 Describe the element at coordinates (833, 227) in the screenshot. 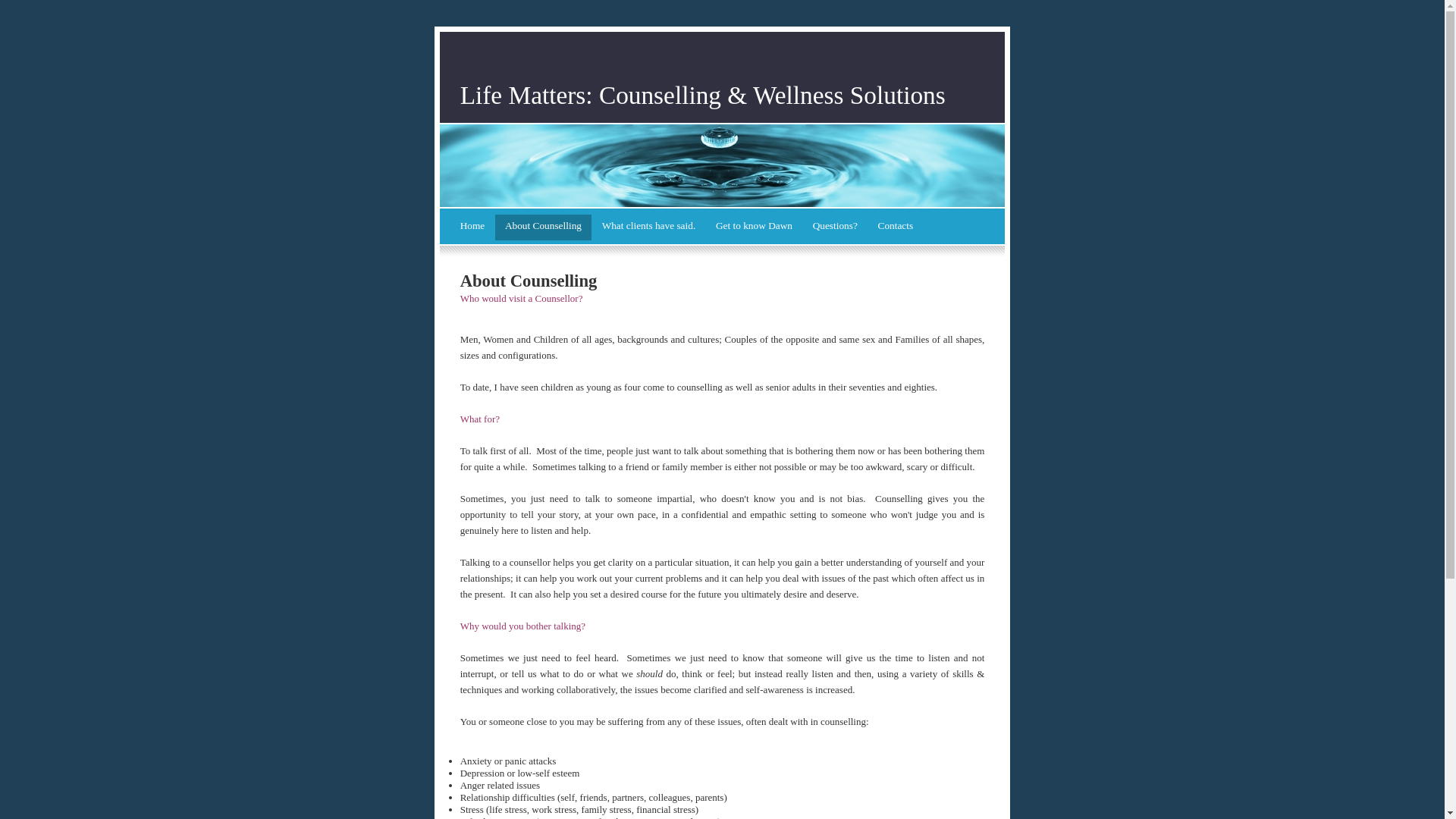

I see `'Questions?'` at that location.